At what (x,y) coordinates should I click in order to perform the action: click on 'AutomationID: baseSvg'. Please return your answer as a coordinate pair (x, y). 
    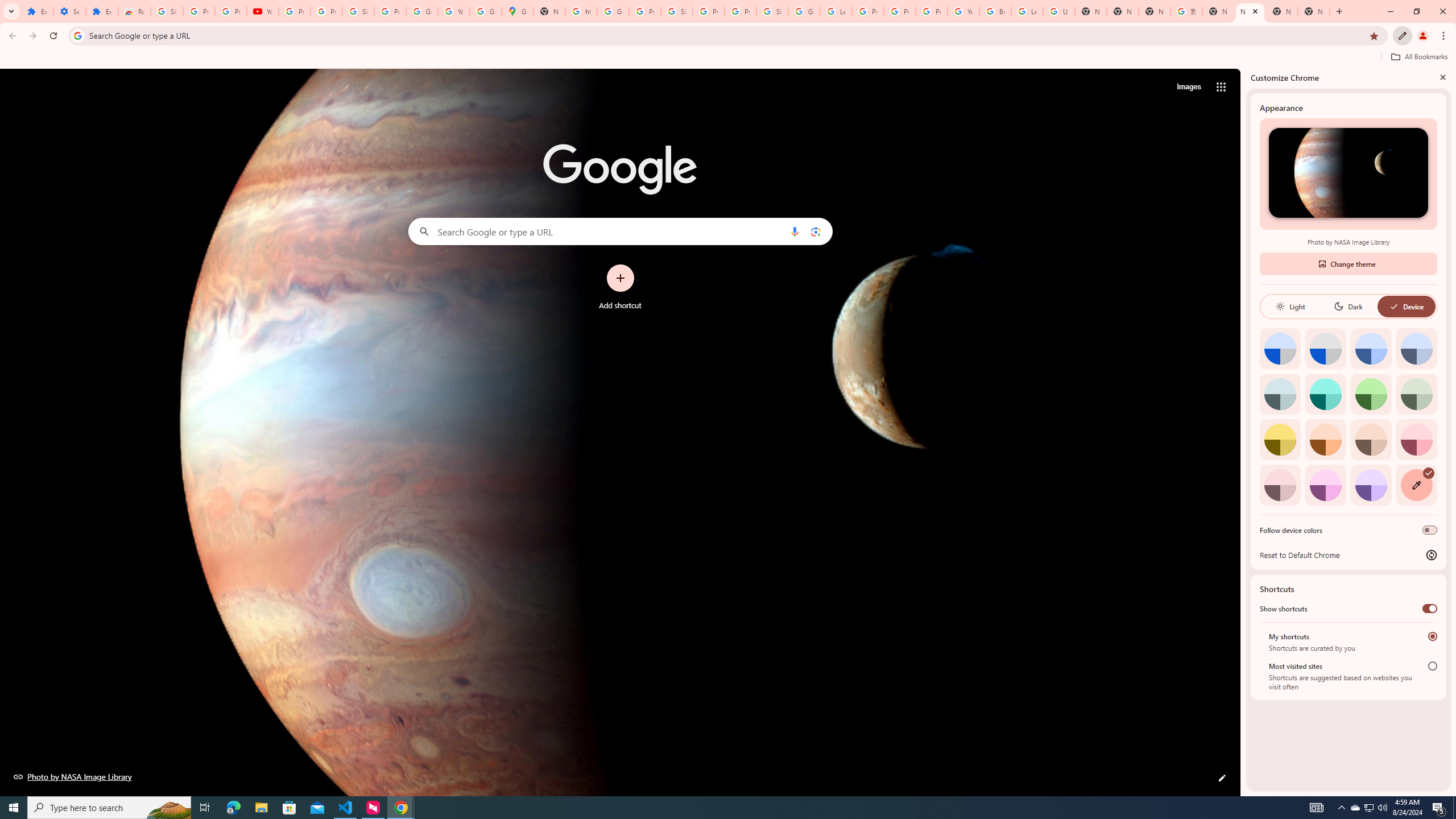
    Looking at the image, I should click on (1393, 305).